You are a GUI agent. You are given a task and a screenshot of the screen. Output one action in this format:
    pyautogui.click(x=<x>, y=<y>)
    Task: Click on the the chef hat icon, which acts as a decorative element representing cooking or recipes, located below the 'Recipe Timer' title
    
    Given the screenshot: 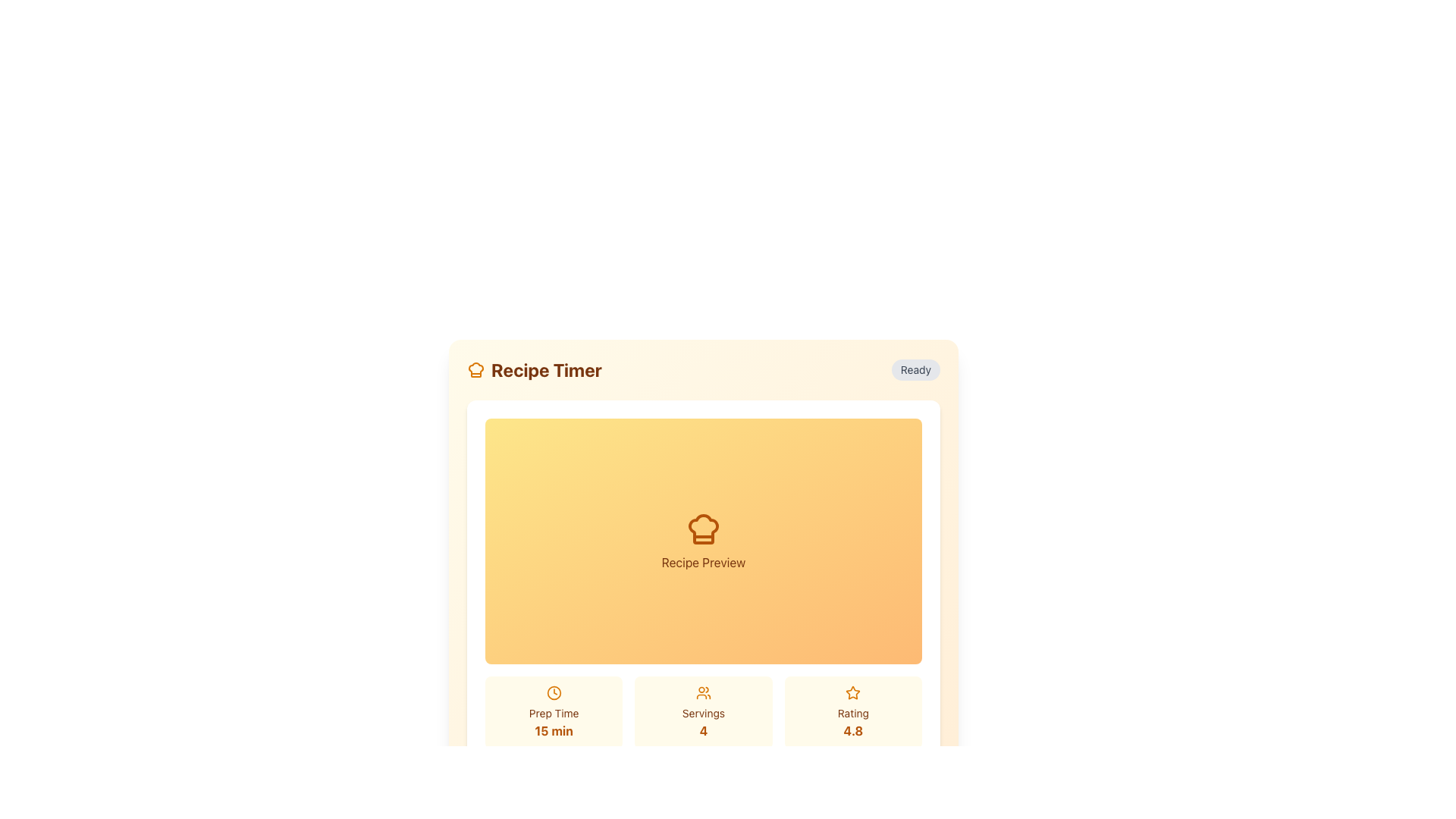 What is the action you would take?
    pyautogui.click(x=702, y=529)
    